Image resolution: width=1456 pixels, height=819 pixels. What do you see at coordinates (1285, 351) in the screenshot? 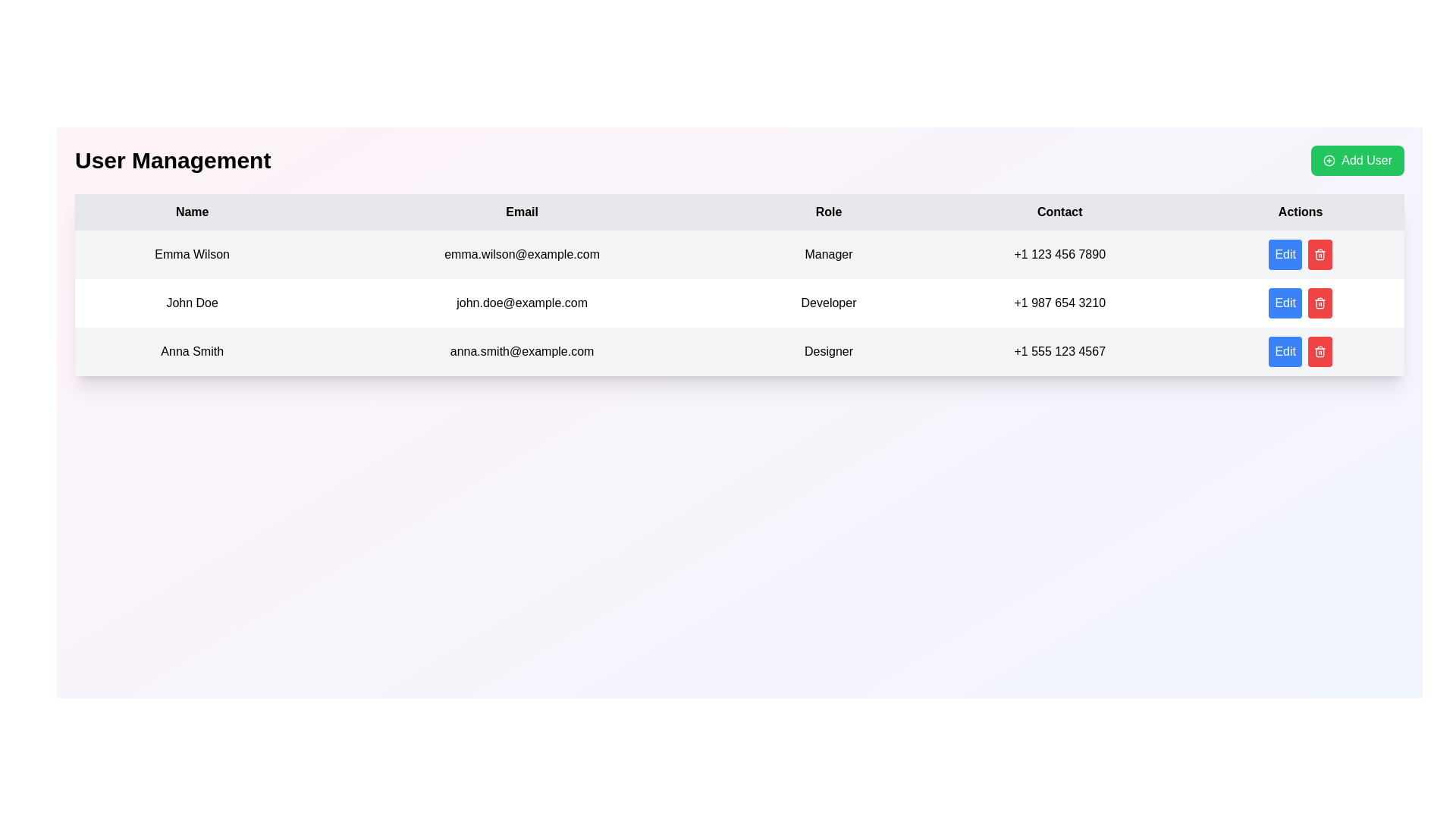
I see `the blue rectangular 'Edit' button with white text in the 'Actions' column corresponding to user 'Anna Smith' to observe the hover effect` at bounding box center [1285, 351].